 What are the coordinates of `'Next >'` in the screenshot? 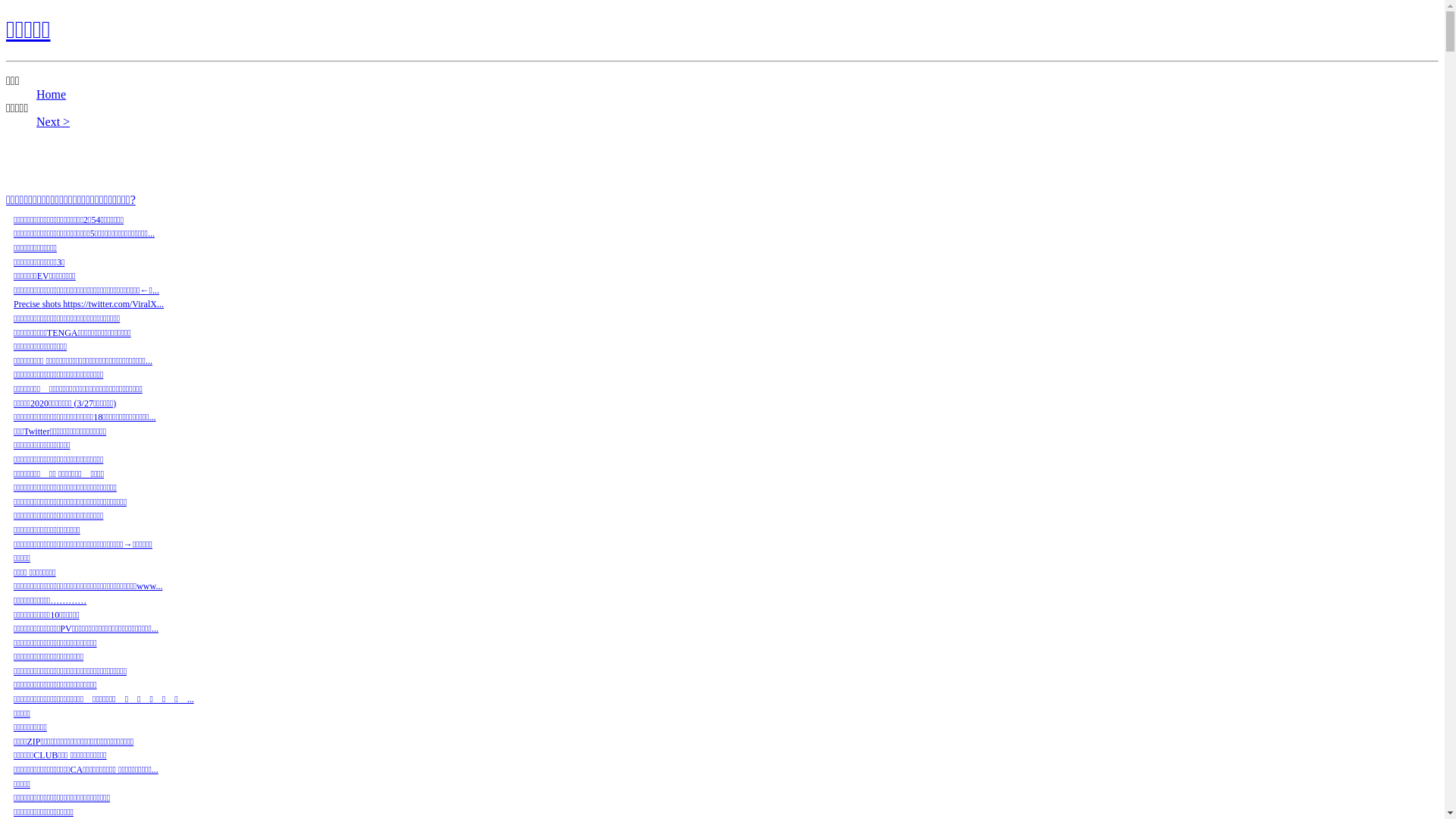 It's located at (53, 121).